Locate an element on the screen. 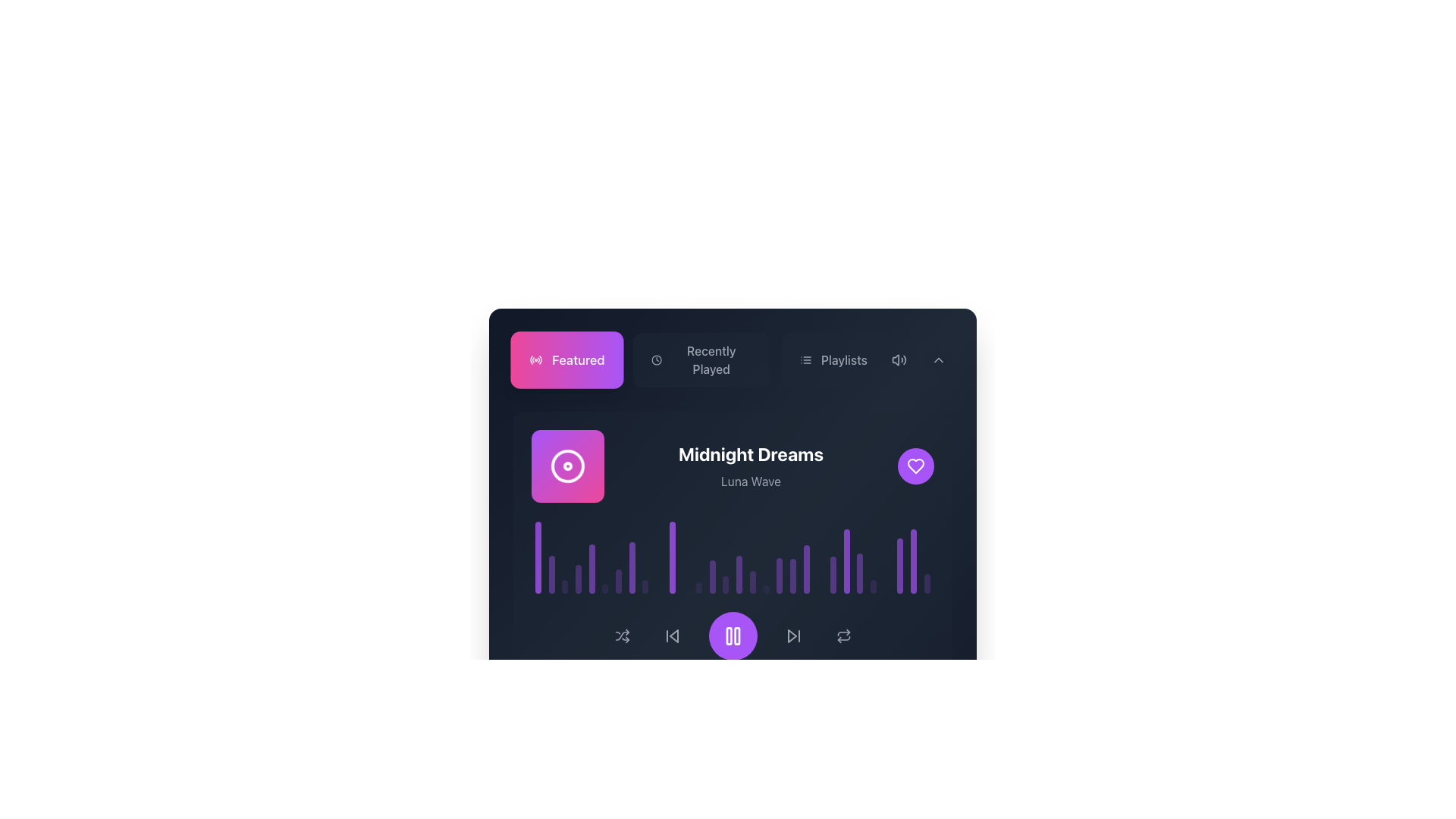 The height and width of the screenshot is (819, 1456). the favorite button located to the right of the 'Midnight Dreams' text to observe the hover effect is located at coordinates (915, 465).